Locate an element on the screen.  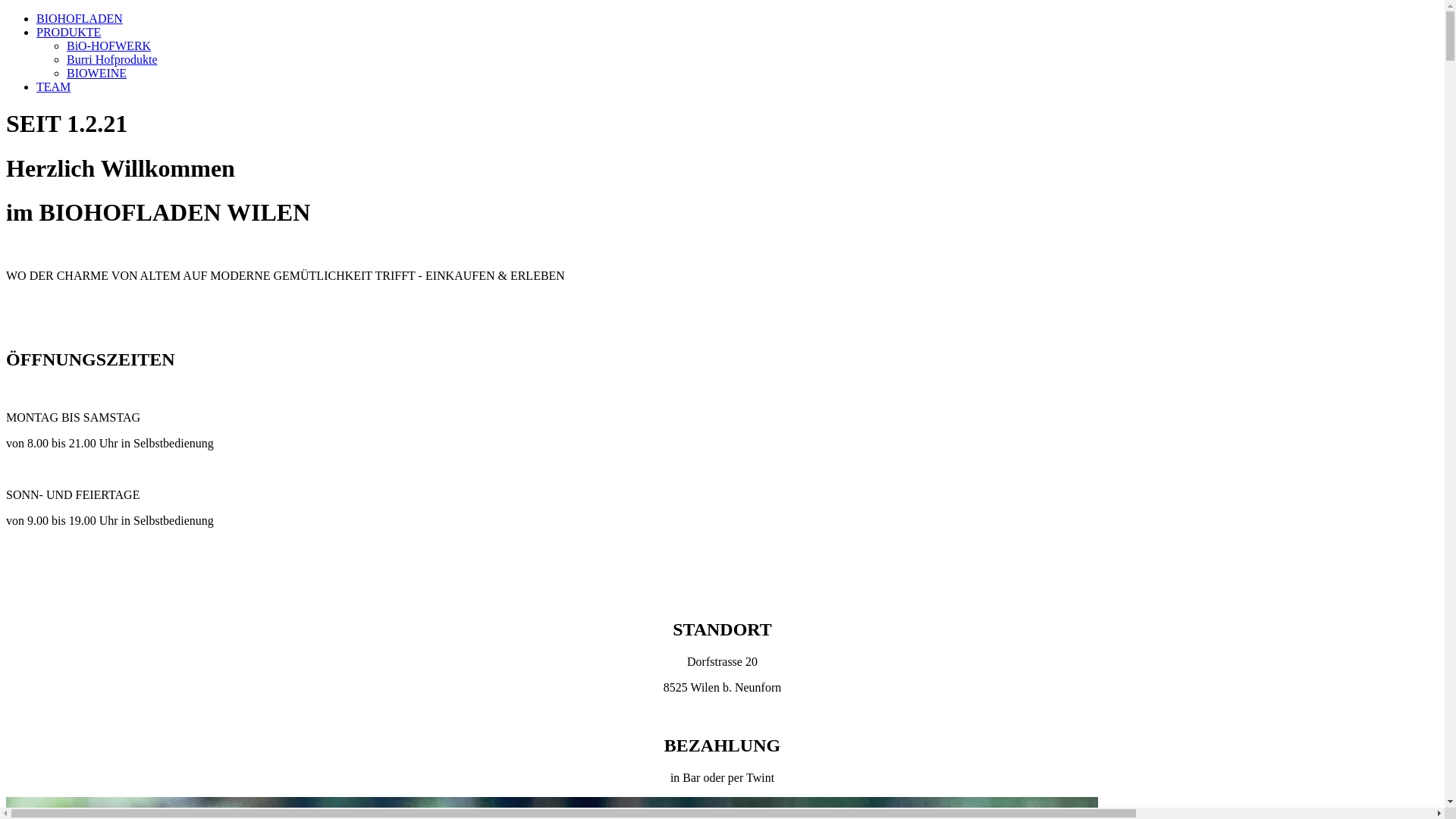
'PRODUKTE' is located at coordinates (67, 32).